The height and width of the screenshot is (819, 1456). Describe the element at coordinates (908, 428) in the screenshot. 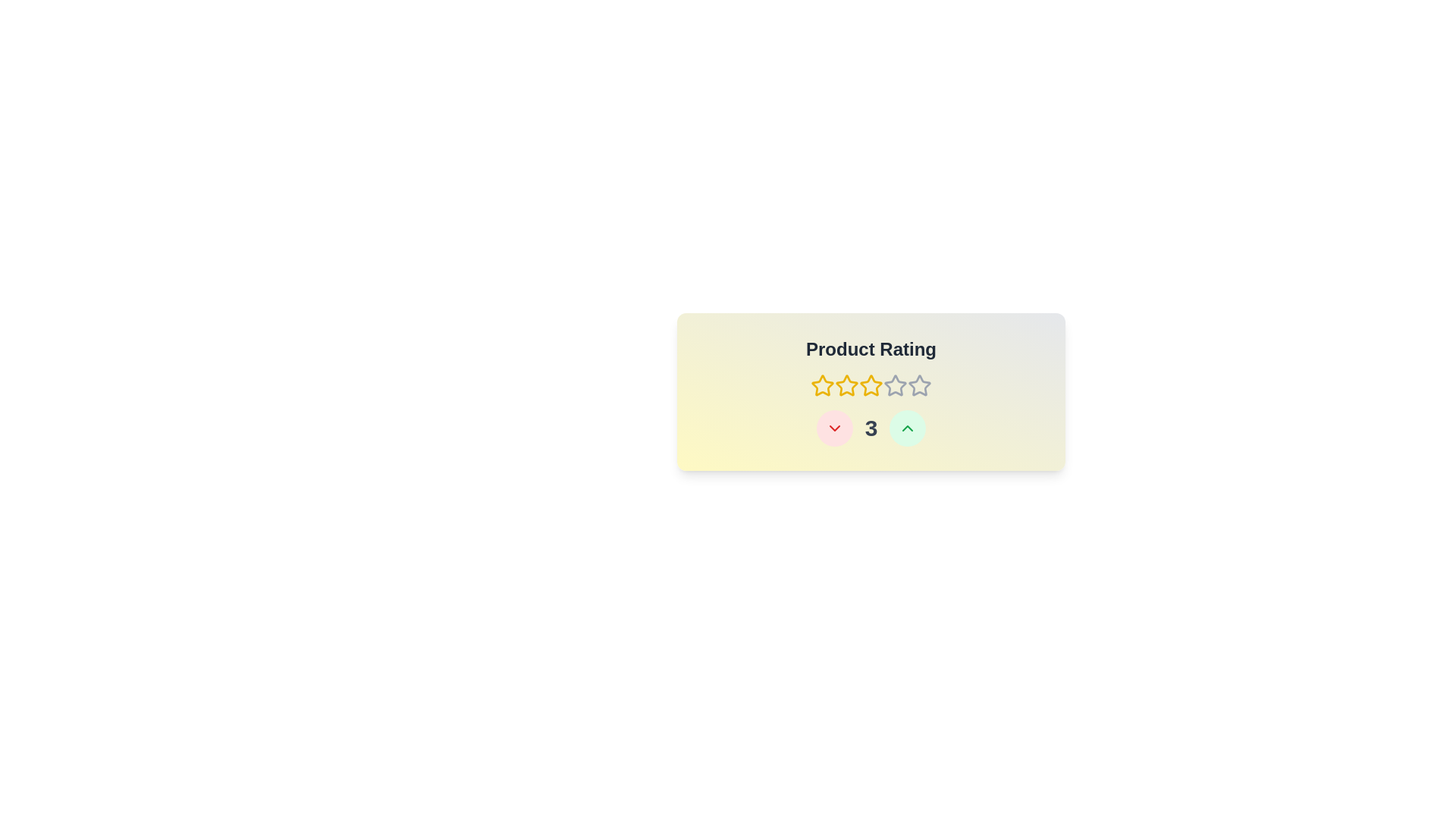

I see `the chevron button located to the right of the number '3' in the rating interface panel to increment the value` at that location.